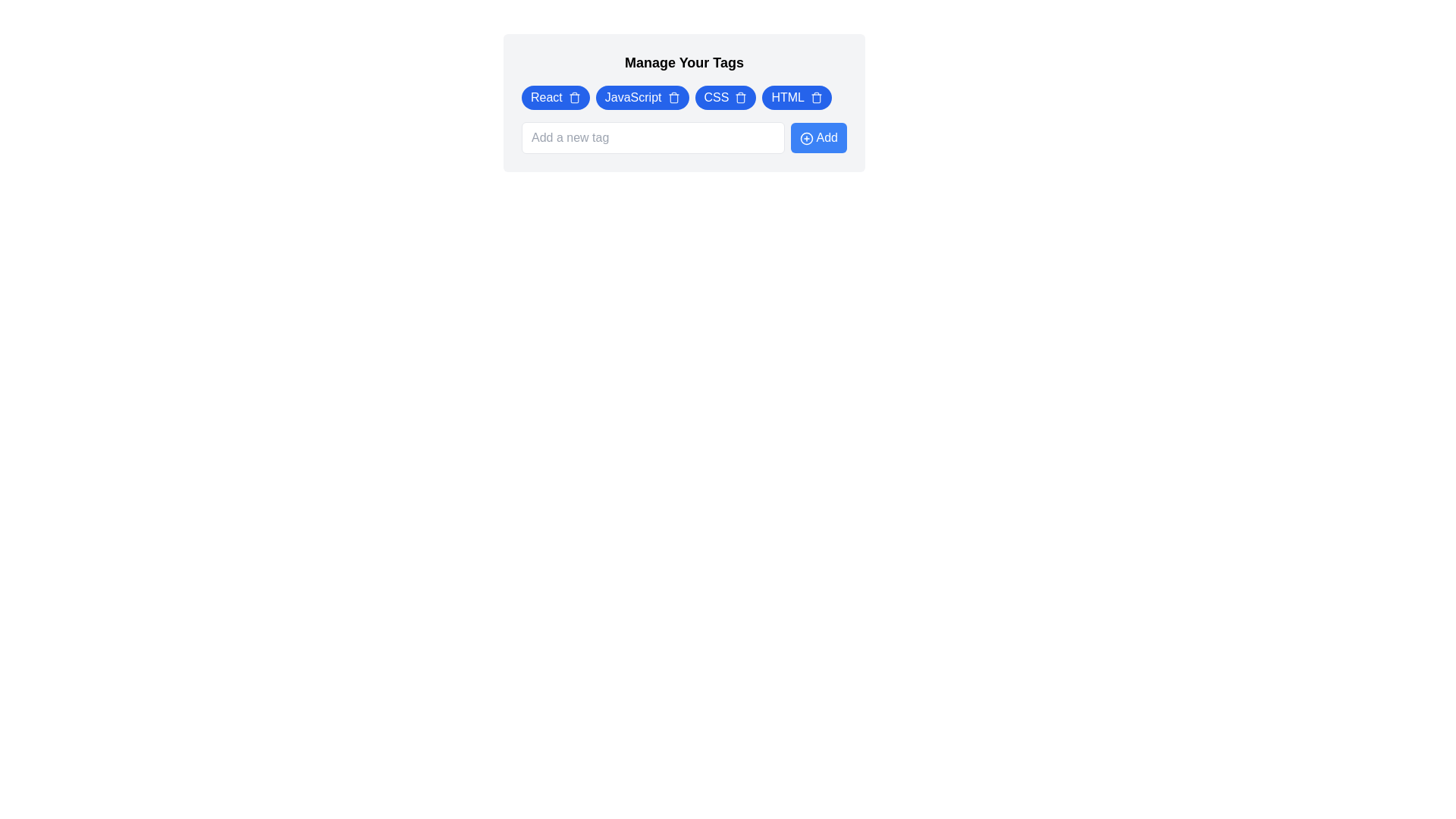 The image size is (1456, 819). I want to click on the 'CSS' text label, which is the third item in the group of tags displayed below 'Manage Your Tags', so click(716, 97).